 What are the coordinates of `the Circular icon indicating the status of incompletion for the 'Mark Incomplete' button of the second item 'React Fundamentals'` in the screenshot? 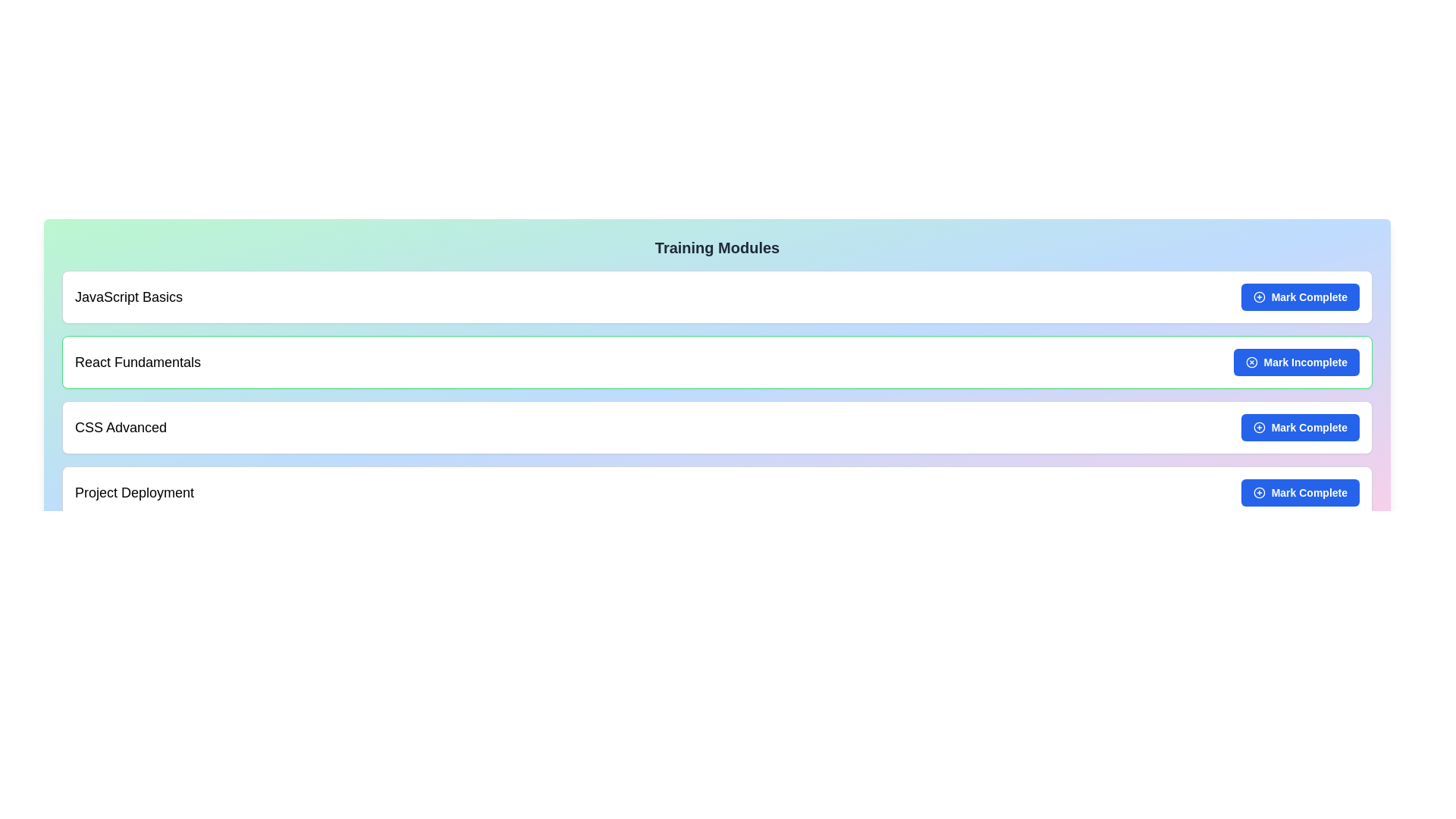 It's located at (1251, 362).